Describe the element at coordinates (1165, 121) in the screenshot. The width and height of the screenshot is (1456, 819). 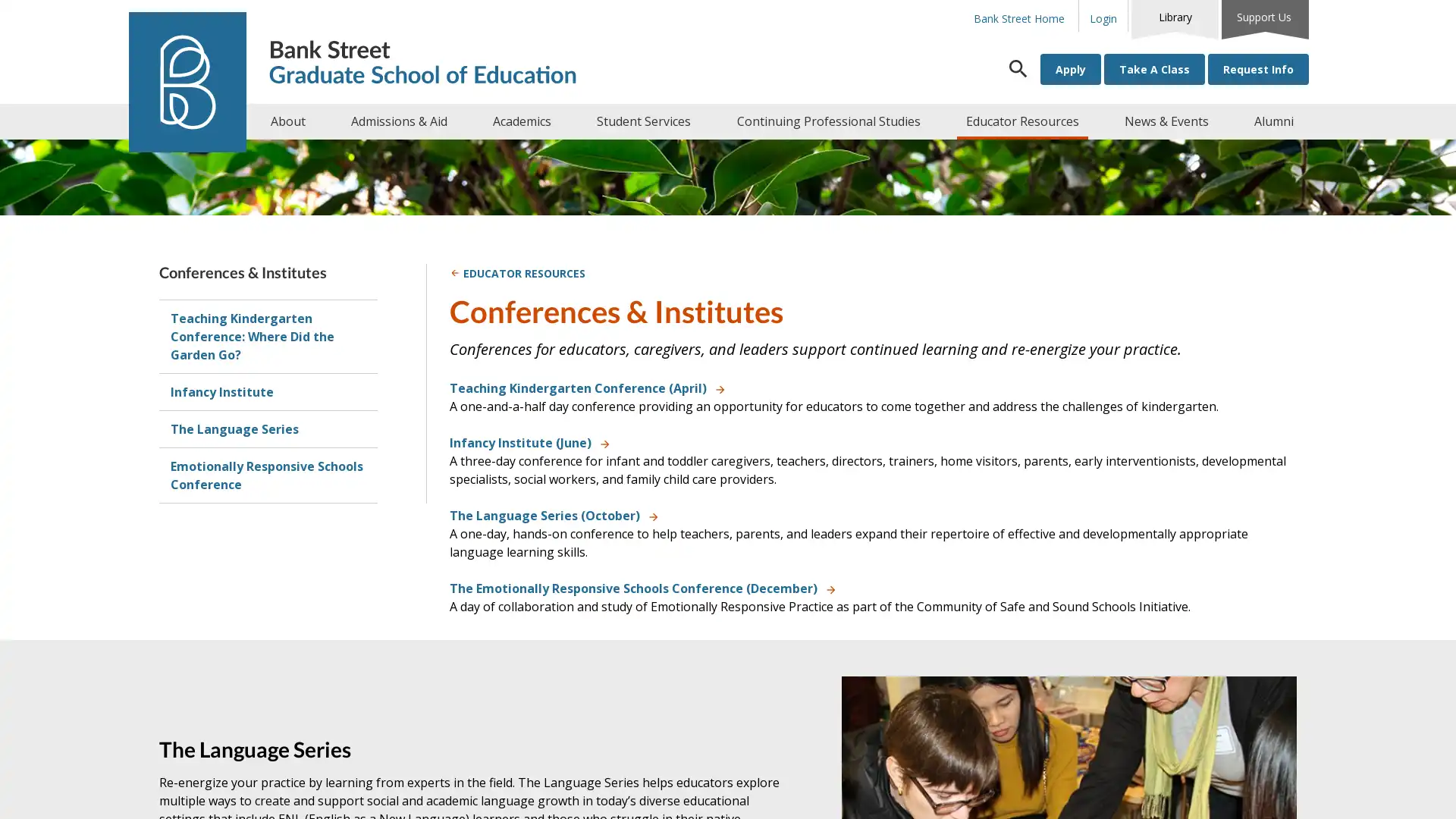
I see `News & Events` at that location.